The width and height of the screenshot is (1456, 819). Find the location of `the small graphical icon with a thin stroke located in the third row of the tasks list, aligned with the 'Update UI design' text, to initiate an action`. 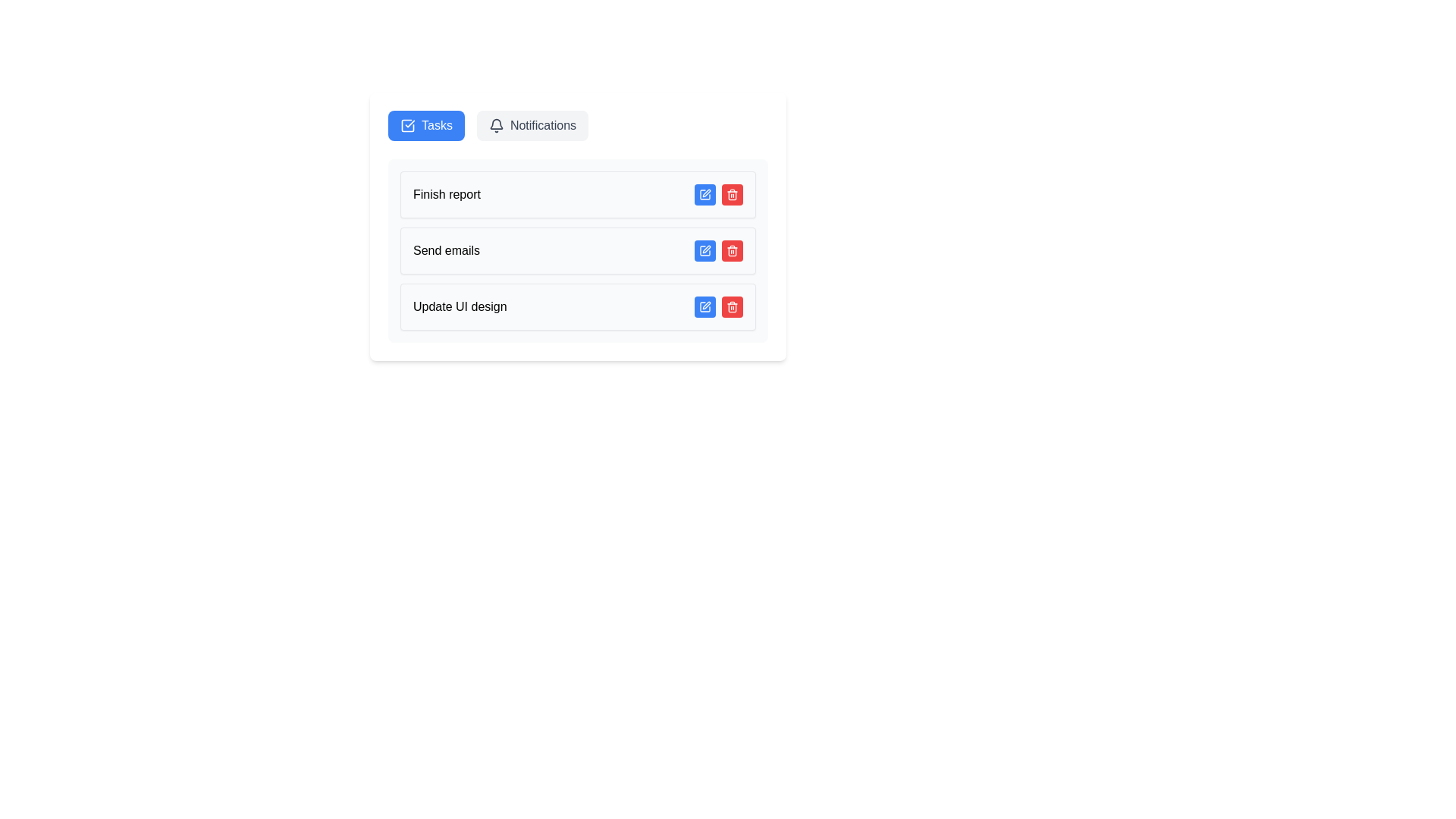

the small graphical icon with a thin stroke located in the third row of the tasks list, aligned with the 'Update UI design' text, to initiate an action is located at coordinates (705, 305).